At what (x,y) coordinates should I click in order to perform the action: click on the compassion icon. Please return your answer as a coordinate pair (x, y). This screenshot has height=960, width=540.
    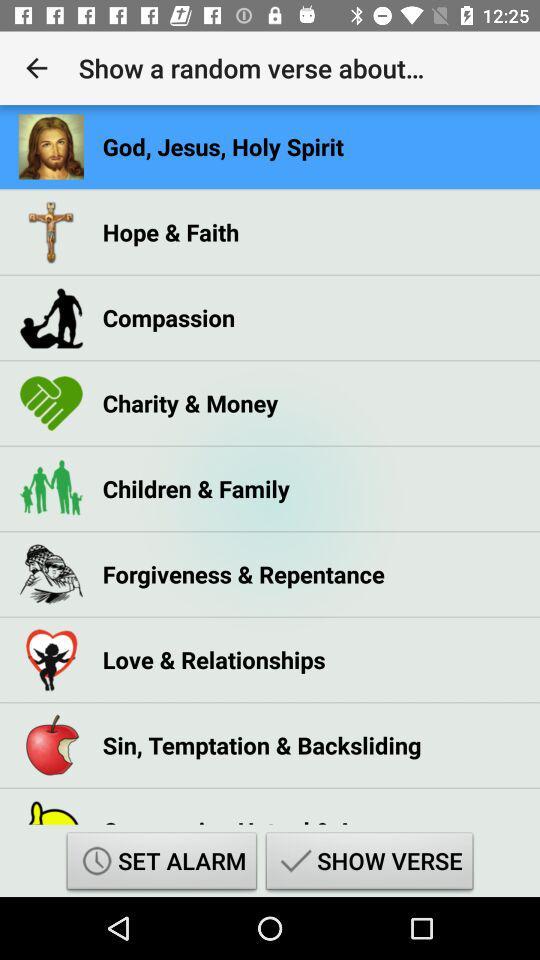
    Looking at the image, I should click on (167, 317).